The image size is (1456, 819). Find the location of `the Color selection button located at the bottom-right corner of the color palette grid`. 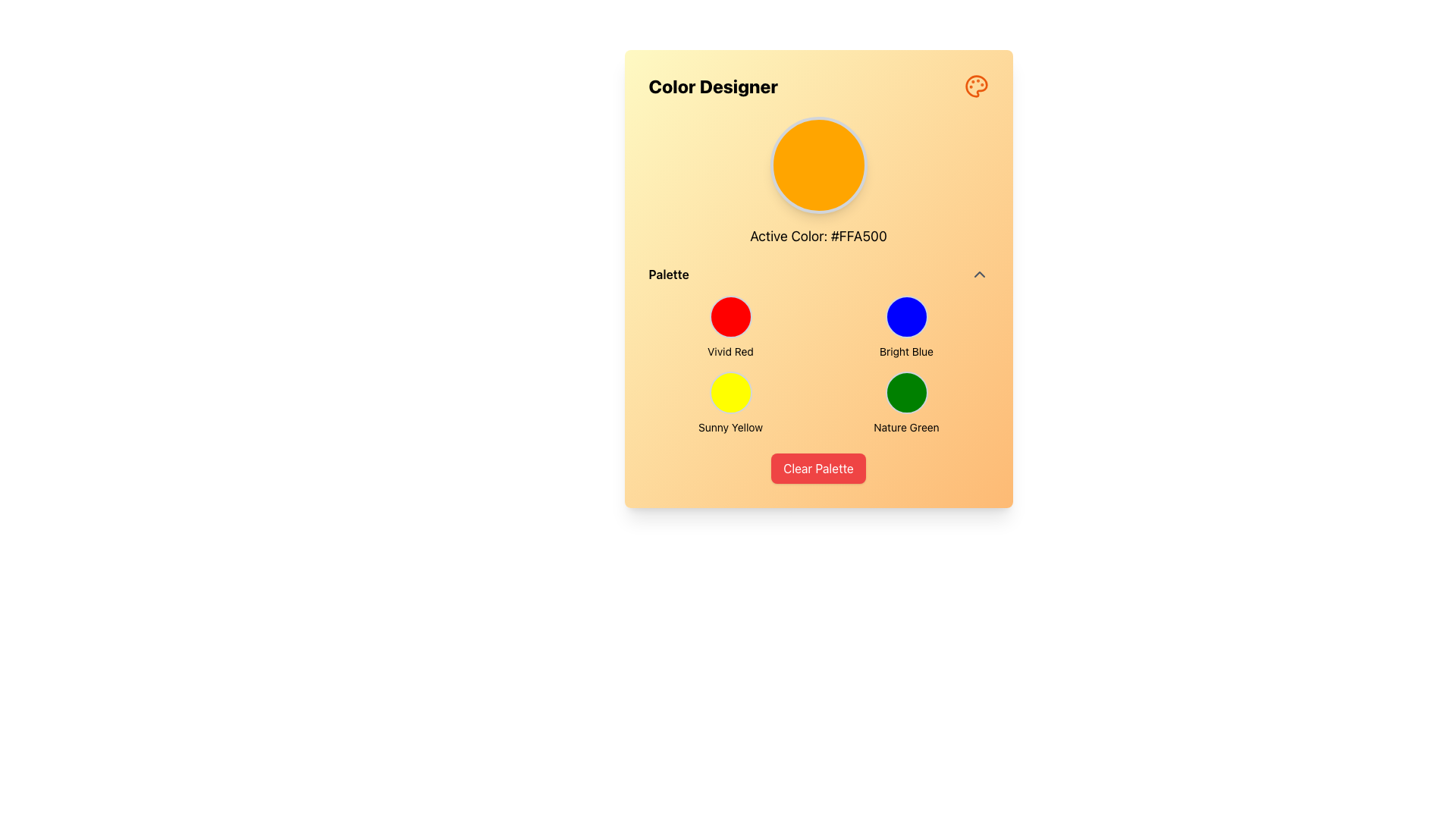

the Color selection button located at the bottom-right corner of the color palette grid is located at coordinates (906, 403).